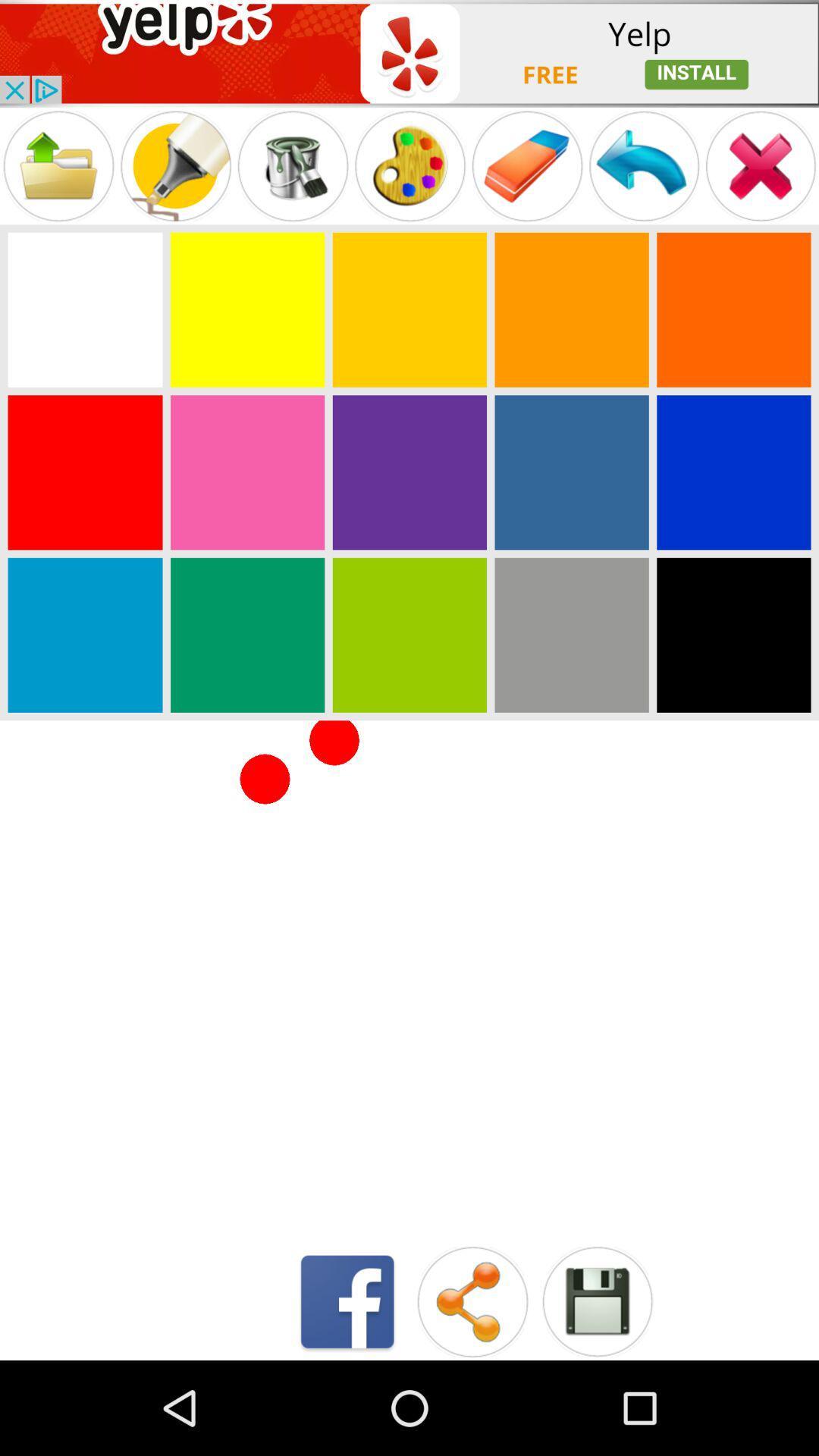  Describe the element at coordinates (293, 166) in the screenshot. I see `pen tool` at that location.